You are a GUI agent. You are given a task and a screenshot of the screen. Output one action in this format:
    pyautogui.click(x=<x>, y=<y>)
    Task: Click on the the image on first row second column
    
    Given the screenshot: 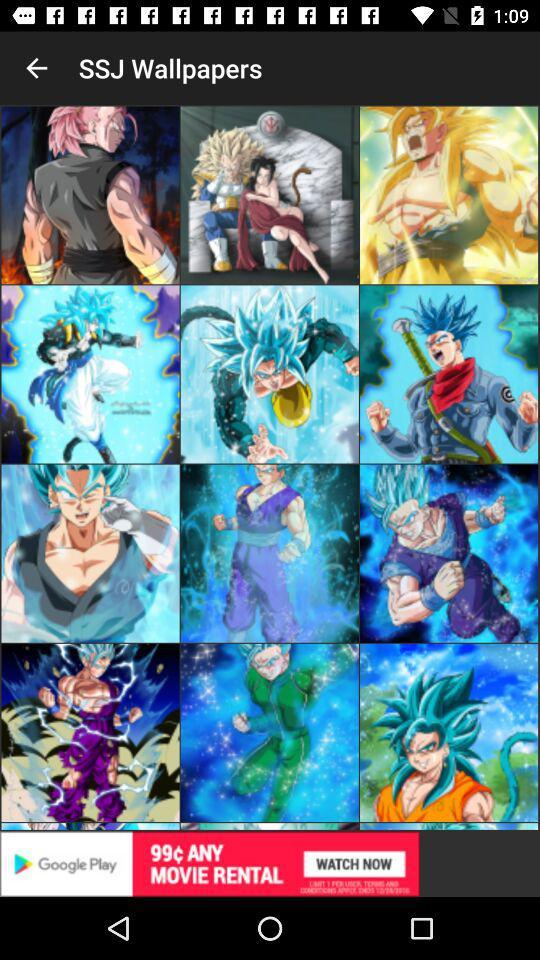 What is the action you would take?
    pyautogui.click(x=270, y=195)
    